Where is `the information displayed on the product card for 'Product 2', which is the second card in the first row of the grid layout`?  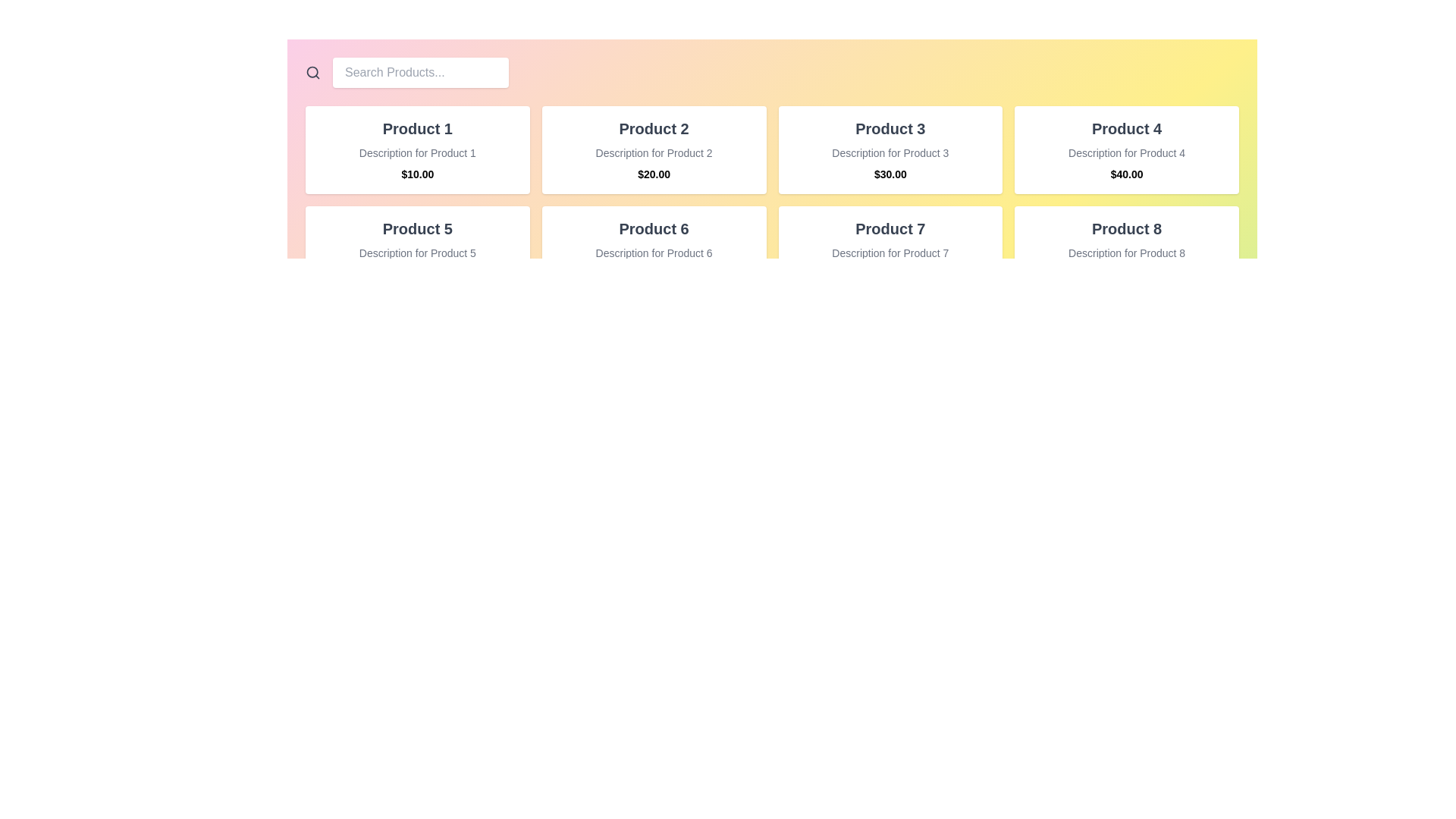 the information displayed on the product card for 'Product 2', which is the second card in the first row of the grid layout is located at coordinates (654, 149).